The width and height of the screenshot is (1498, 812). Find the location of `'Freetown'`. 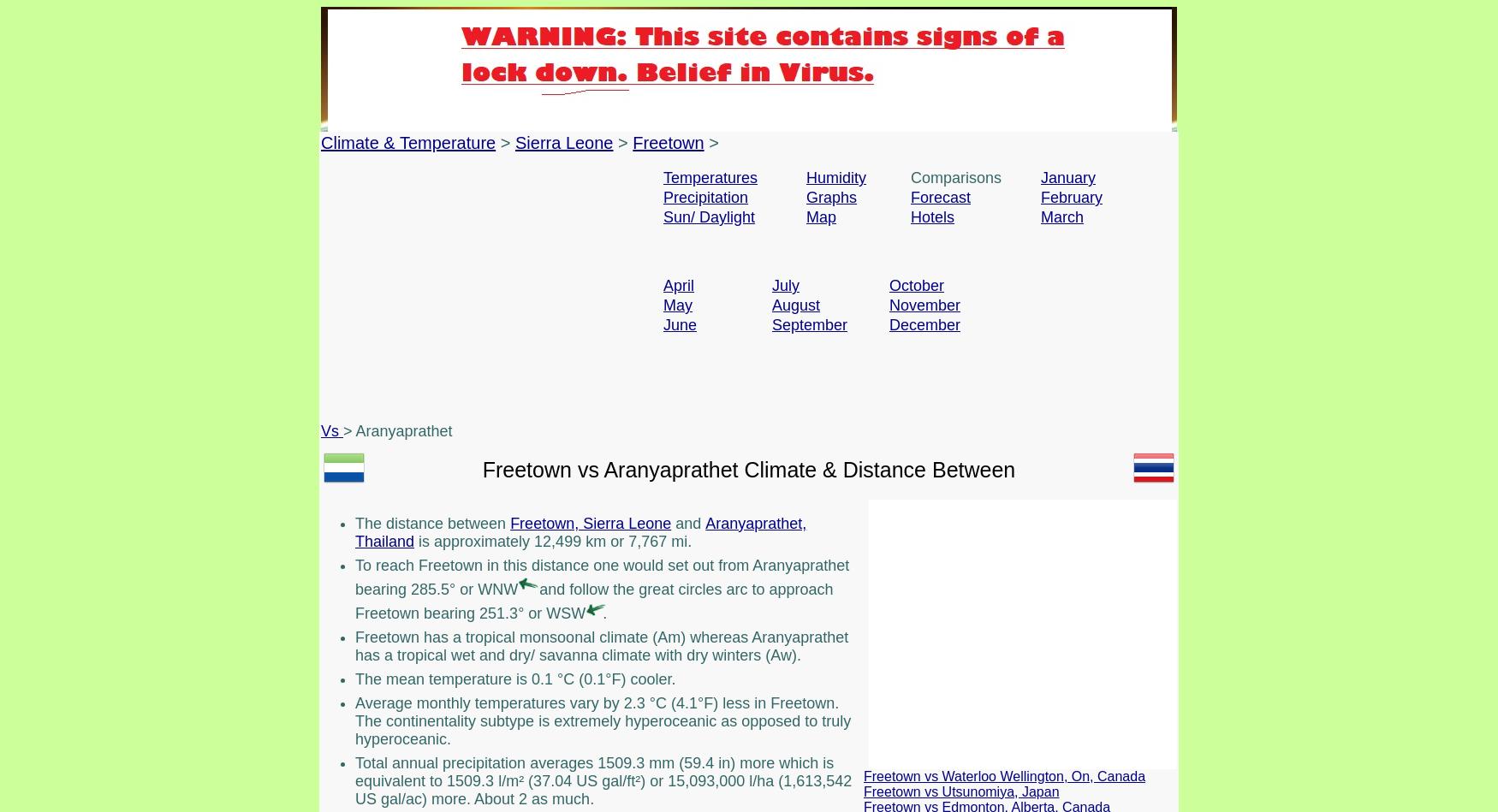

'Freetown' is located at coordinates (633, 142).